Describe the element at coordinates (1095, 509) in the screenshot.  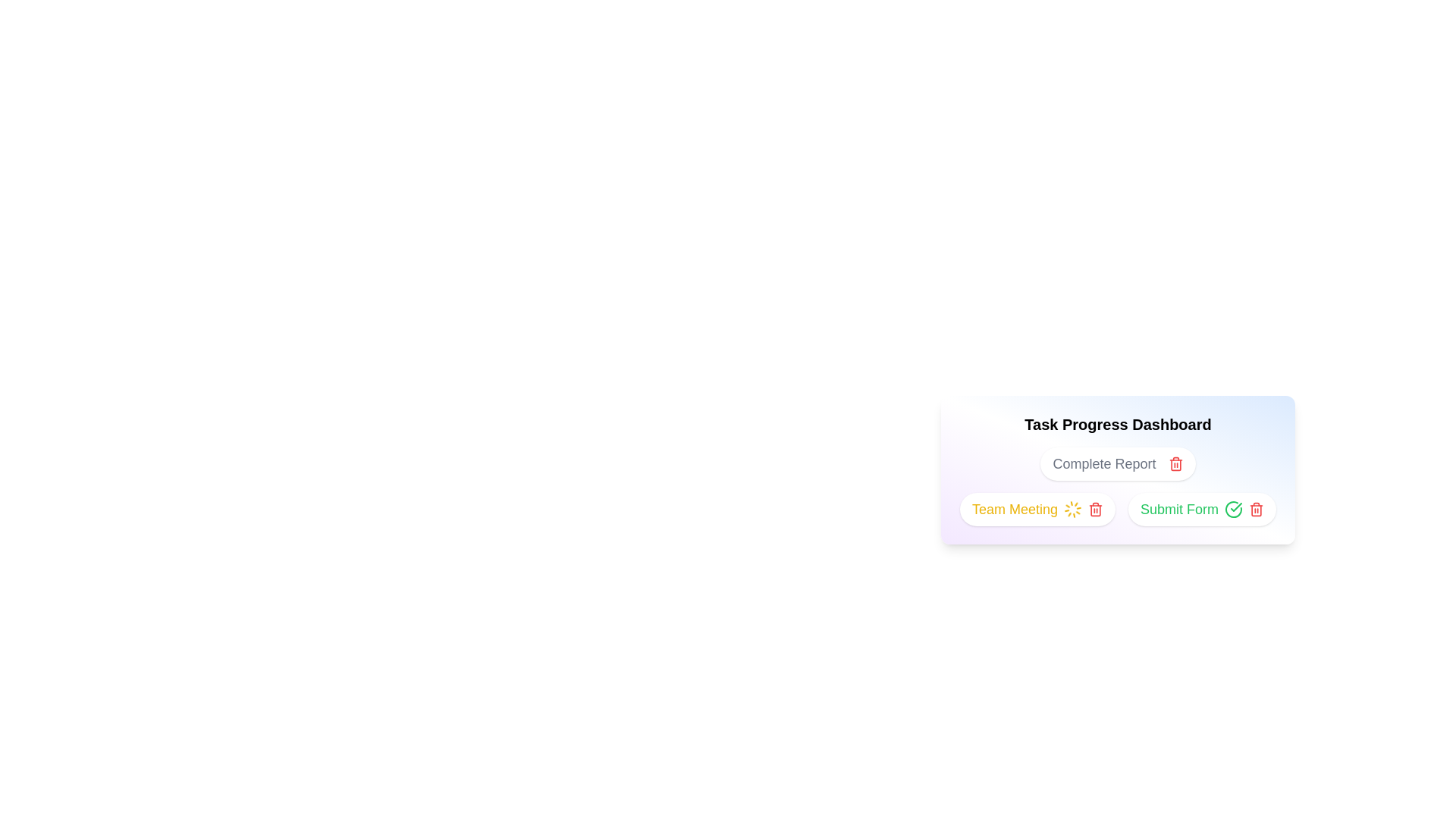
I see `delete button for the task titled Team Meeting` at that location.